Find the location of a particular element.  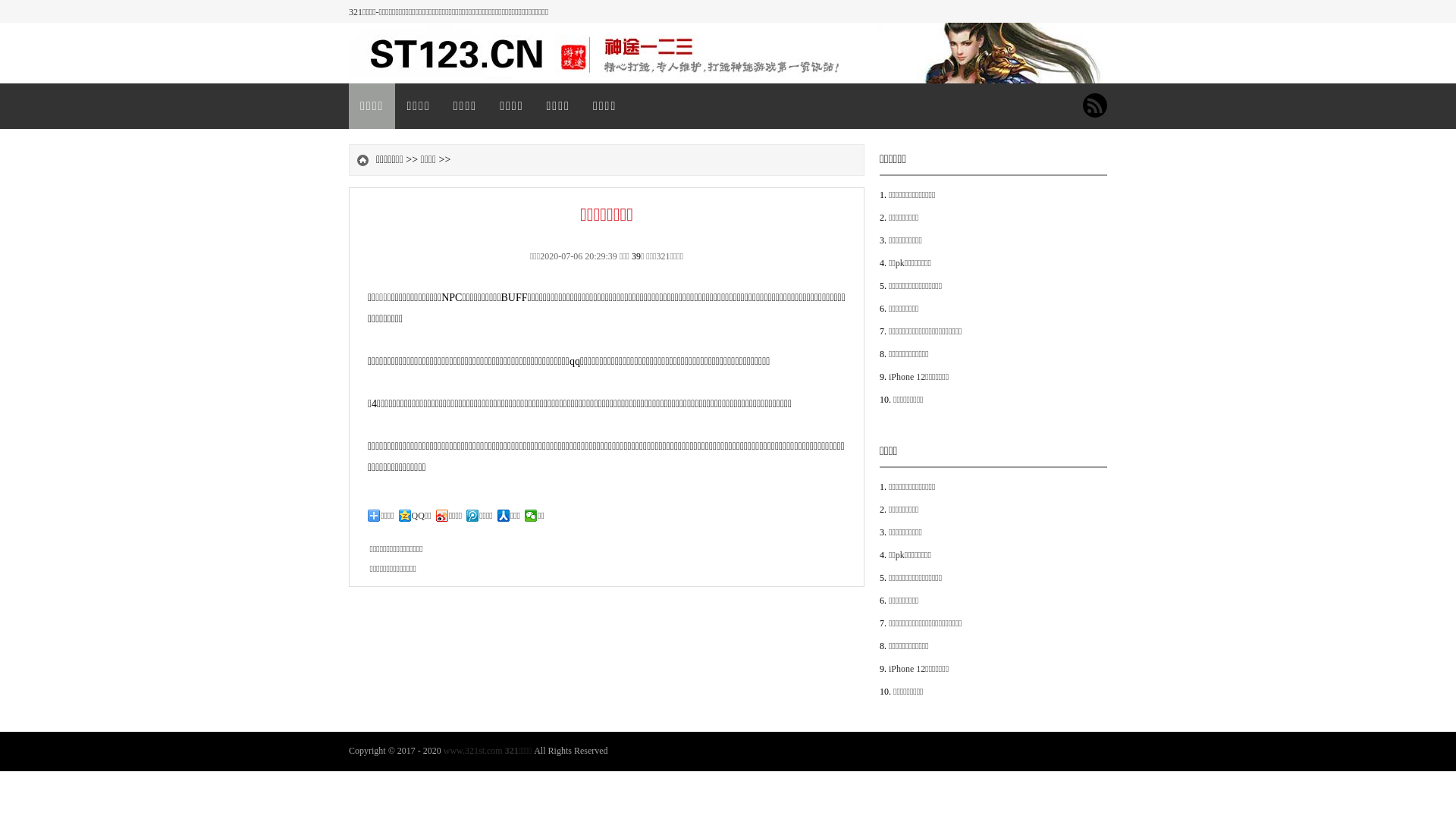

'www.321st.com' is located at coordinates (472, 751).